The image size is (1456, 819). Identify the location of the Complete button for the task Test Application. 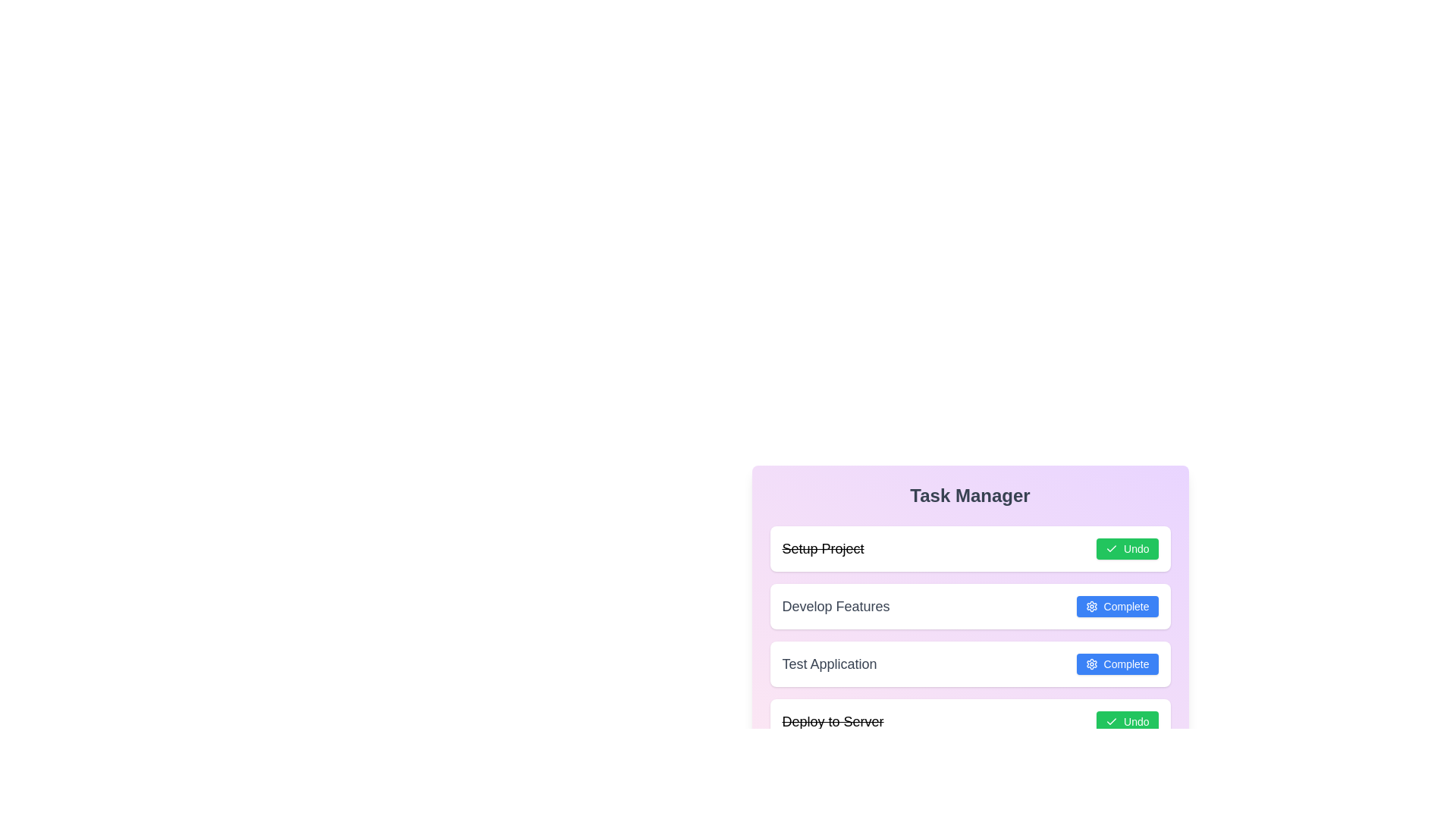
(1117, 663).